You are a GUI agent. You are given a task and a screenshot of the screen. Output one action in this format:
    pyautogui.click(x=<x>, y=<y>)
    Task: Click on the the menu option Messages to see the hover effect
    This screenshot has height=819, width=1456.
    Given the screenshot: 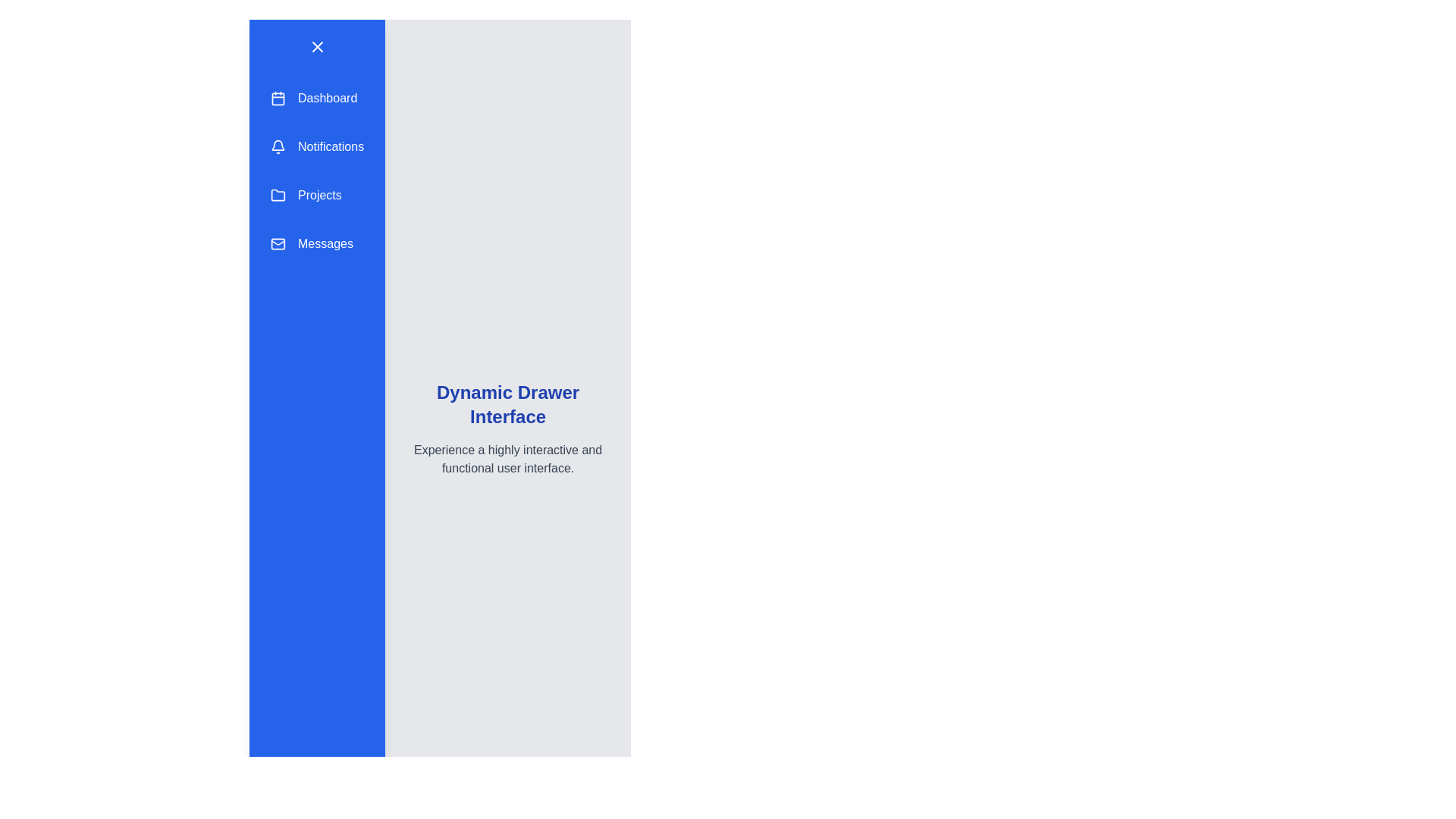 What is the action you would take?
    pyautogui.click(x=316, y=243)
    